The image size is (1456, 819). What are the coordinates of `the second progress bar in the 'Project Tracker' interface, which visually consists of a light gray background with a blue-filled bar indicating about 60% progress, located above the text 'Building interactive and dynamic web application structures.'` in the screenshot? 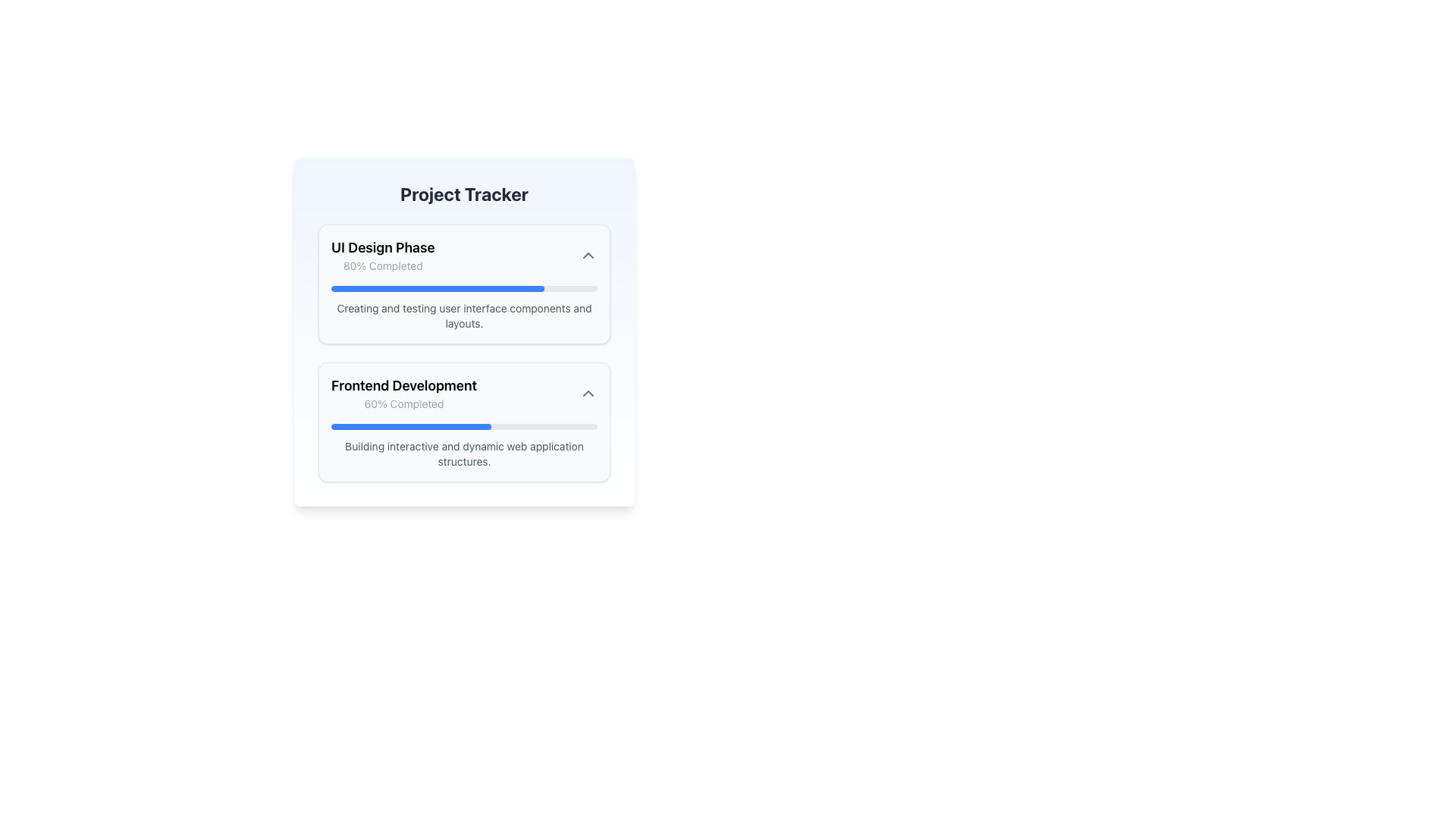 It's located at (463, 427).